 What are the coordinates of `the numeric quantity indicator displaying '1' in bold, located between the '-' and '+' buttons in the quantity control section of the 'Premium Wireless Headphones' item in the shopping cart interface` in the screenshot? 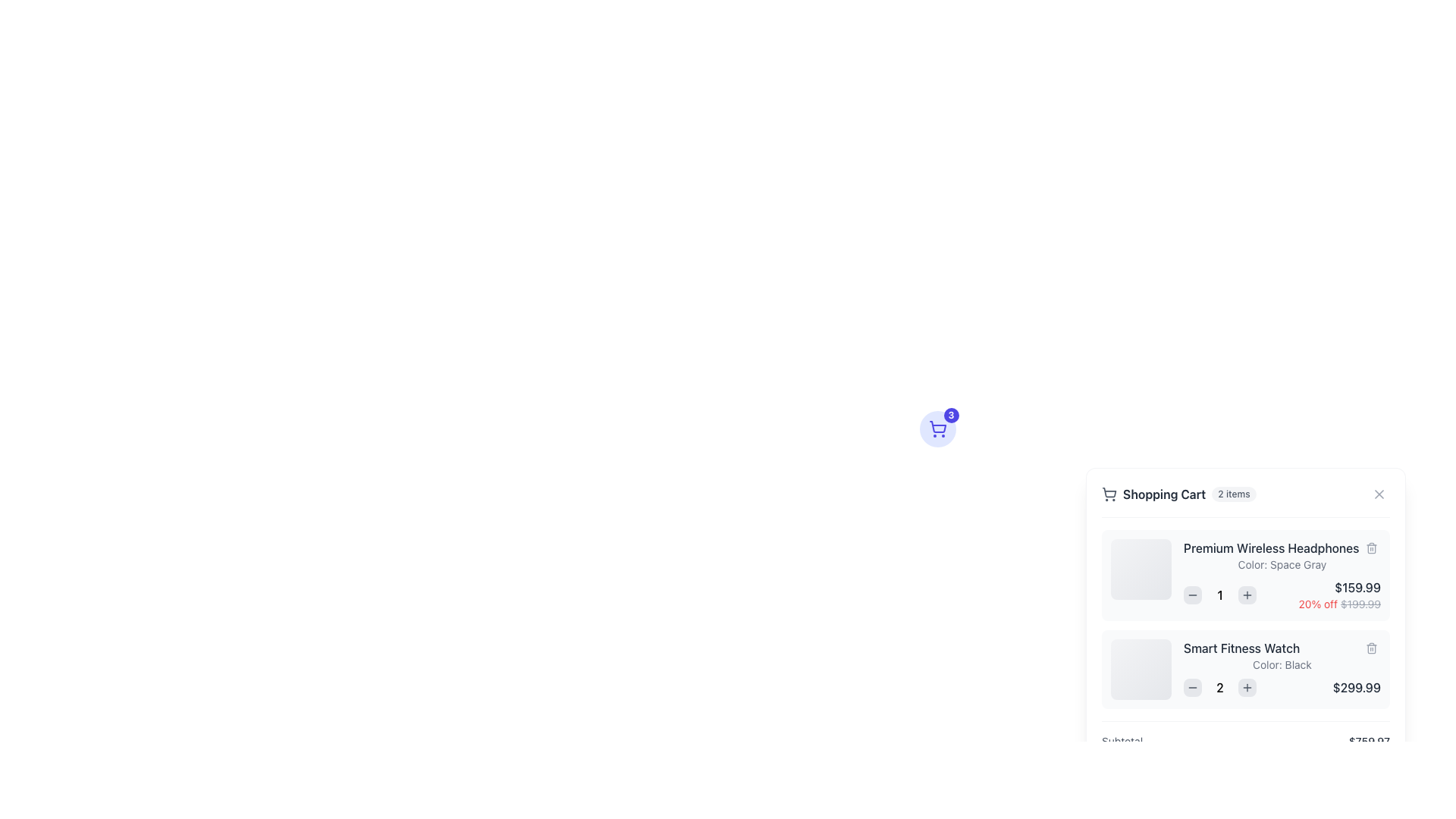 It's located at (1219, 595).